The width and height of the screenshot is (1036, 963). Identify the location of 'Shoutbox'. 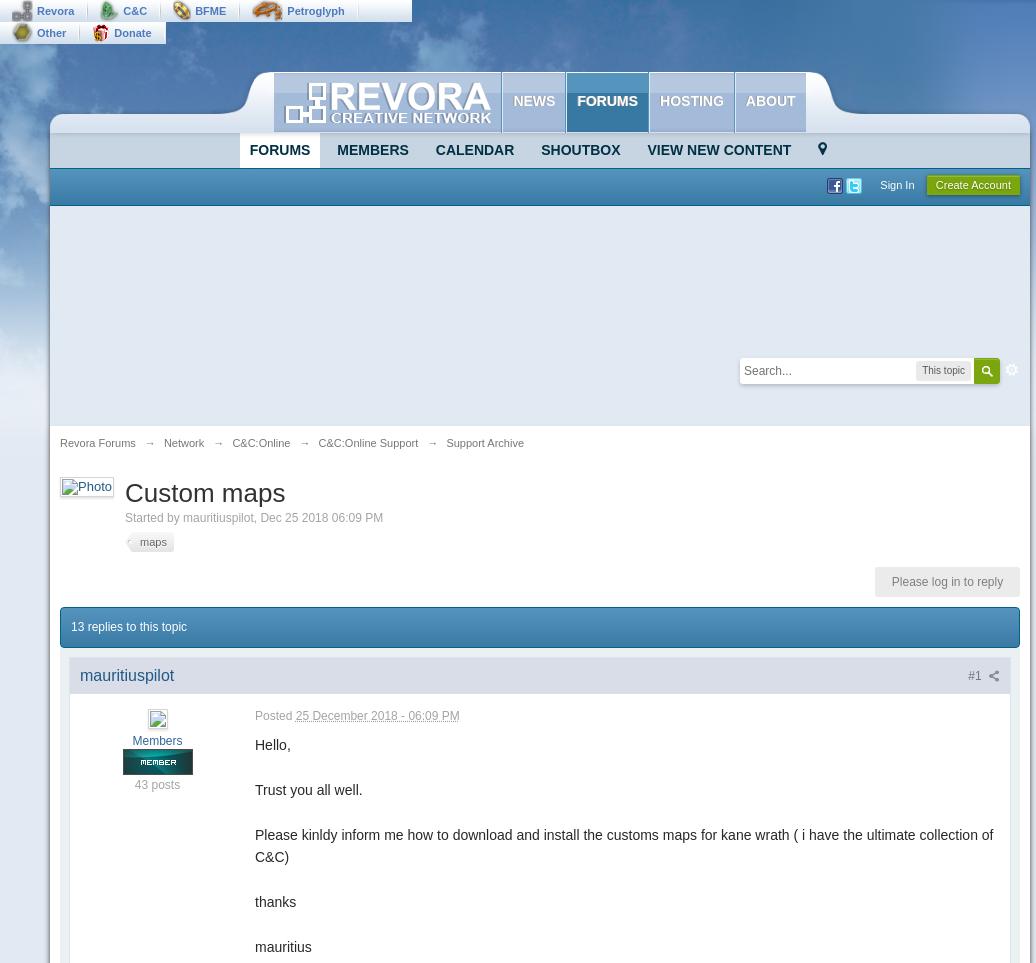
(580, 150).